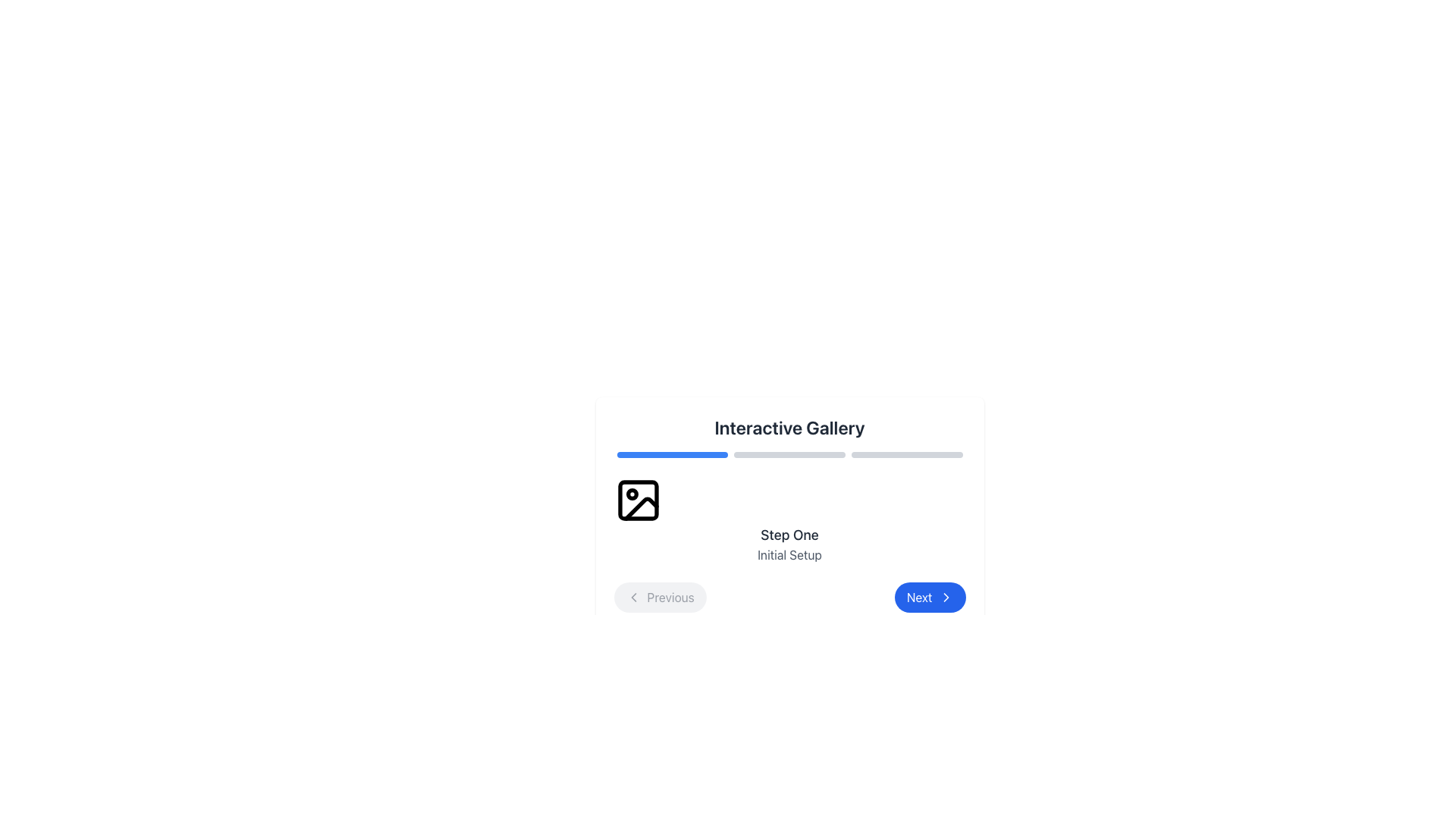 The height and width of the screenshot is (819, 1456). What do you see at coordinates (945, 596) in the screenshot?
I see `the rightward-pointing chevron icon located inside the circular blue button labeled 'Next' at the bottom-right corner of the main content area for informational purposes` at bounding box center [945, 596].